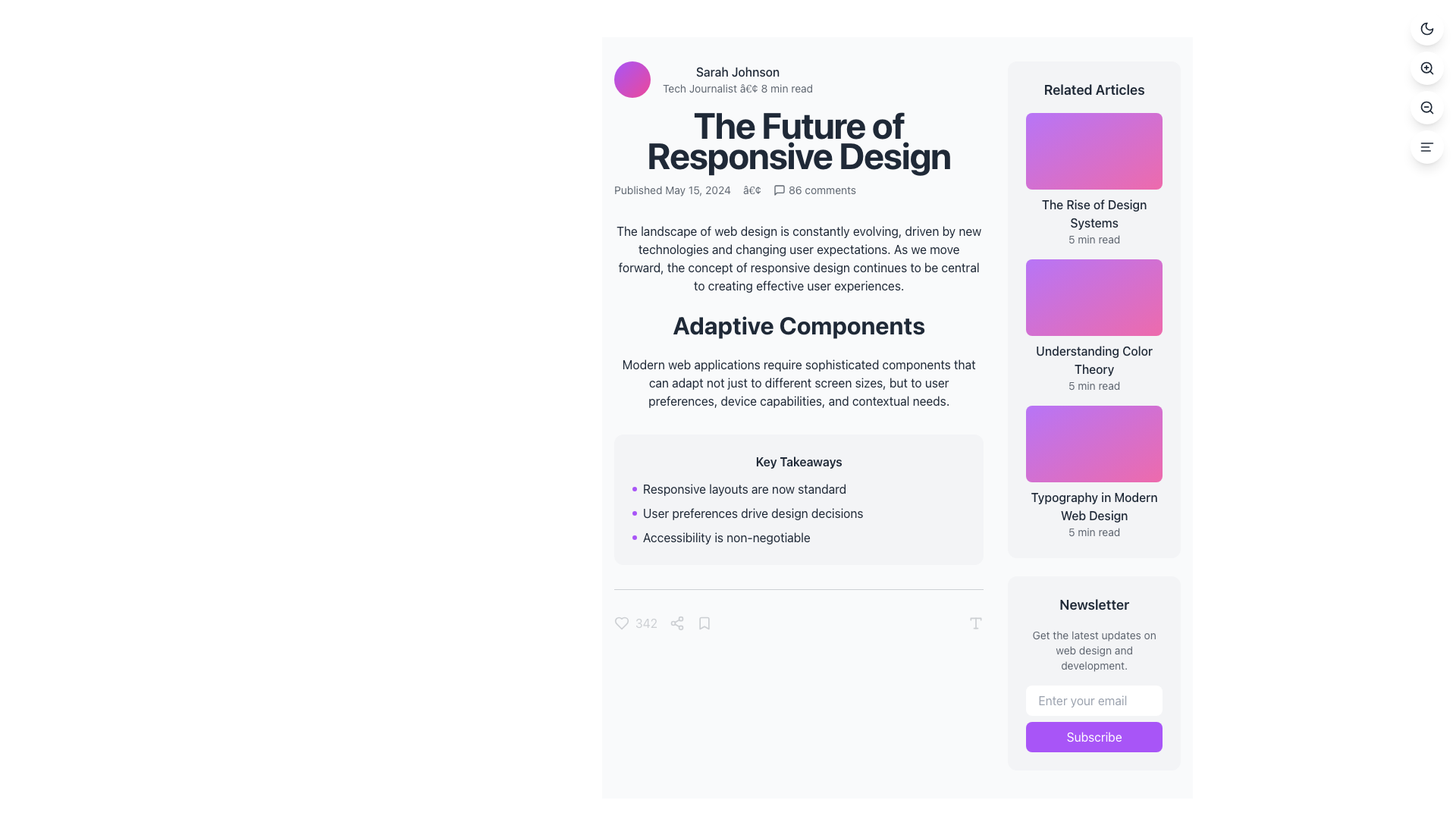 This screenshot has width=1456, height=819. Describe the element at coordinates (1426, 106) in the screenshot. I see `the central circle of the magnifying glass icon, which represents the 'zoom out' functionality, located near the bottom right of the main interface as the second button from the top in the vertical button group` at that location.